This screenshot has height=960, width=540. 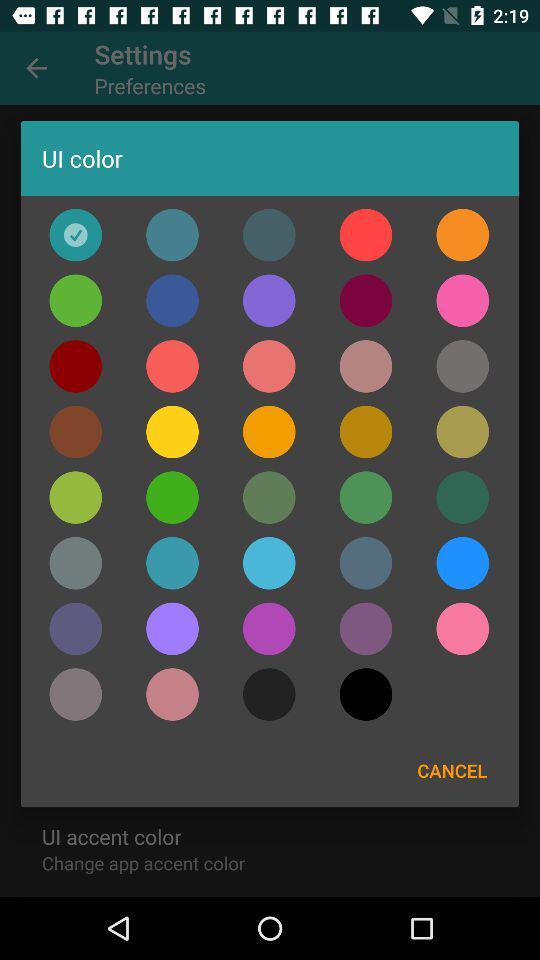 I want to click on choose ui color blue-grey, so click(x=365, y=563).